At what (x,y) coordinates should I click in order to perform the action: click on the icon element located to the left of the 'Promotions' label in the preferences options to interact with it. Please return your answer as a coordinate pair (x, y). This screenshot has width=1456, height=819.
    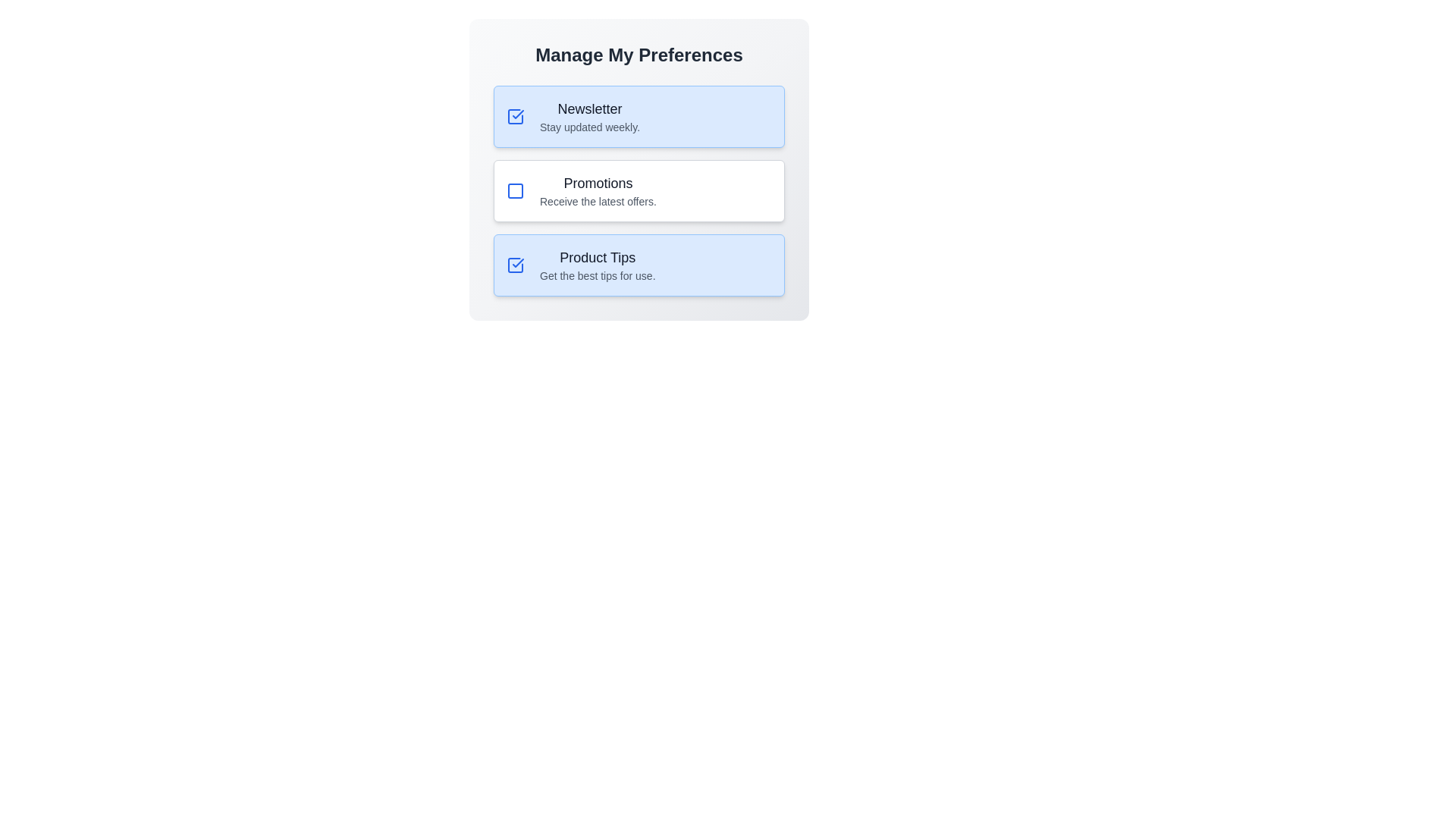
    Looking at the image, I should click on (516, 190).